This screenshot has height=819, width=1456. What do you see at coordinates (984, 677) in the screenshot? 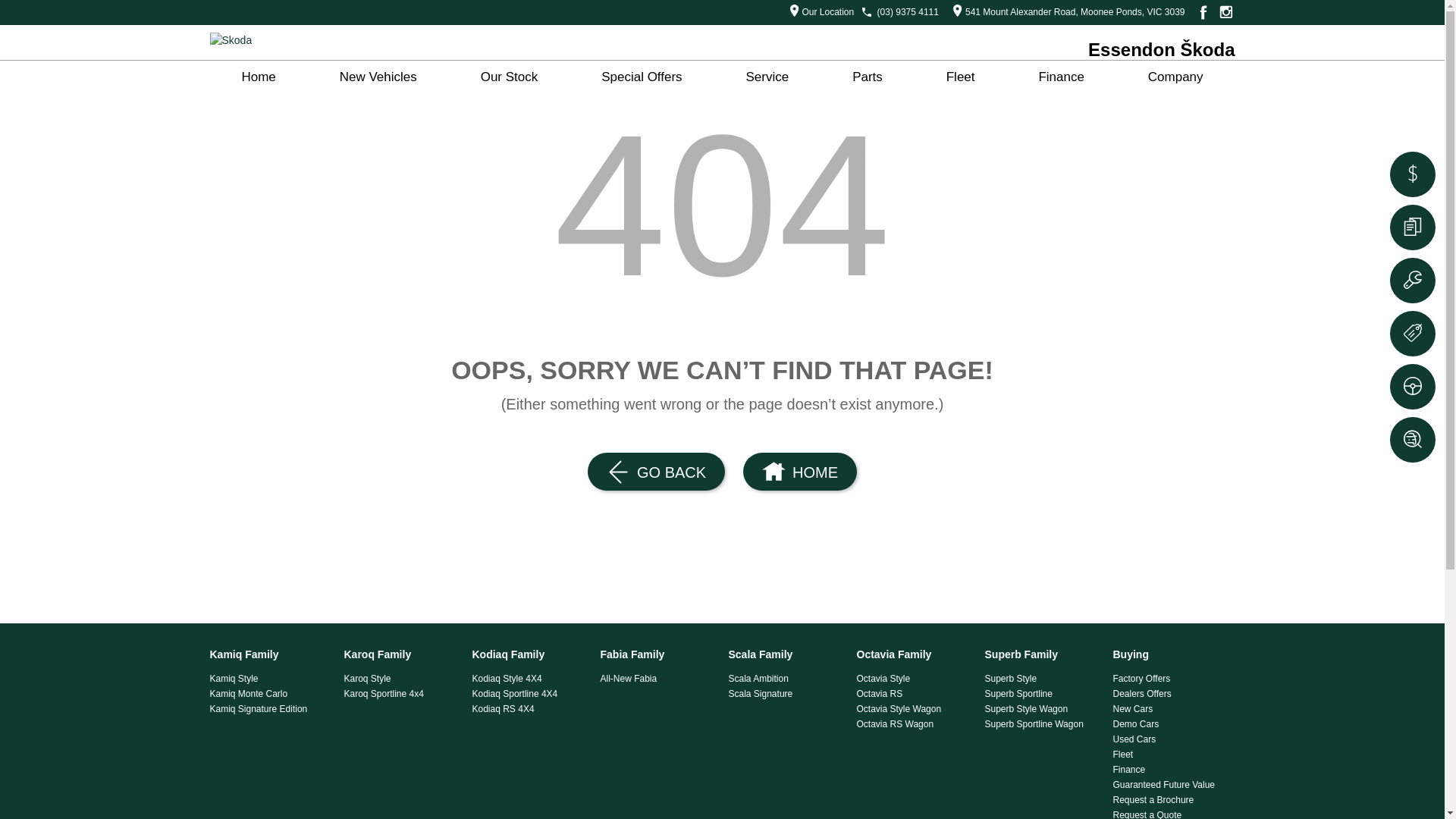
I see `'Superb Style'` at bounding box center [984, 677].